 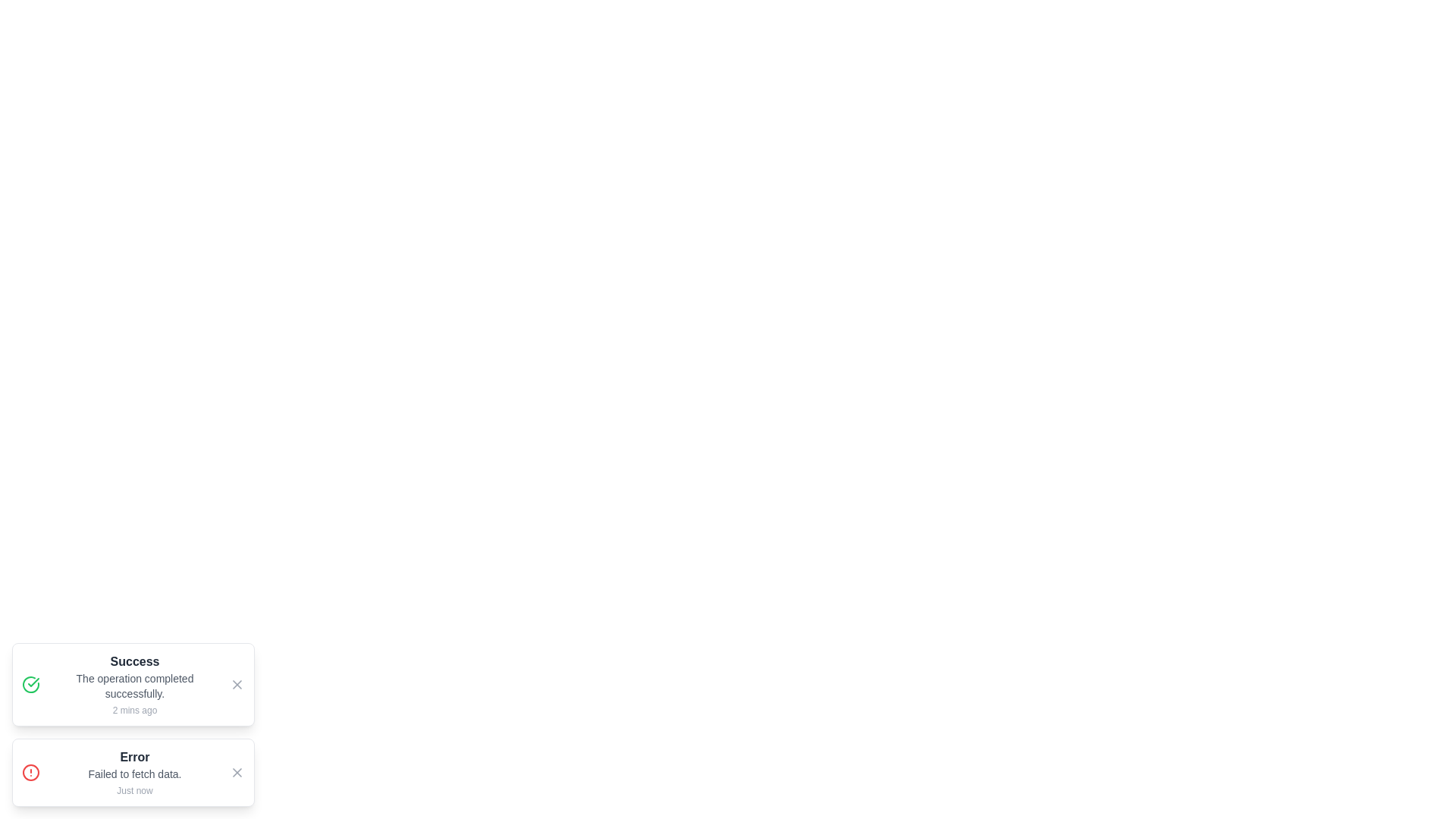 What do you see at coordinates (133, 772) in the screenshot?
I see `the close (X) button on the notification box with the message 'Error' and 'Failed to fetch data.'` at bounding box center [133, 772].